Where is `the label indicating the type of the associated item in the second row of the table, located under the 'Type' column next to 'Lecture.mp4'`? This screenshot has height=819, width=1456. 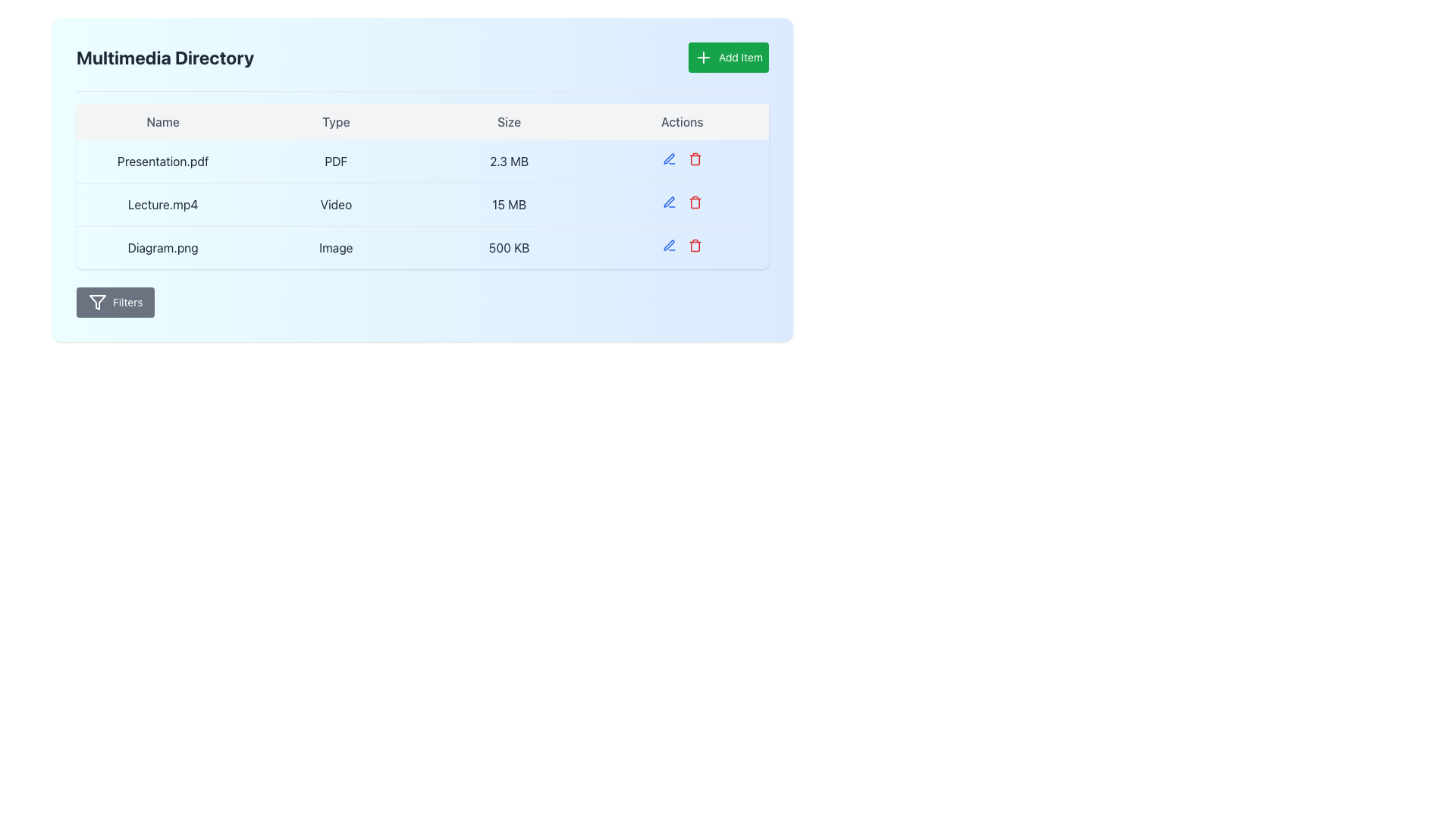
the label indicating the type of the associated item in the second row of the table, located under the 'Type' column next to 'Lecture.mp4' is located at coordinates (335, 205).